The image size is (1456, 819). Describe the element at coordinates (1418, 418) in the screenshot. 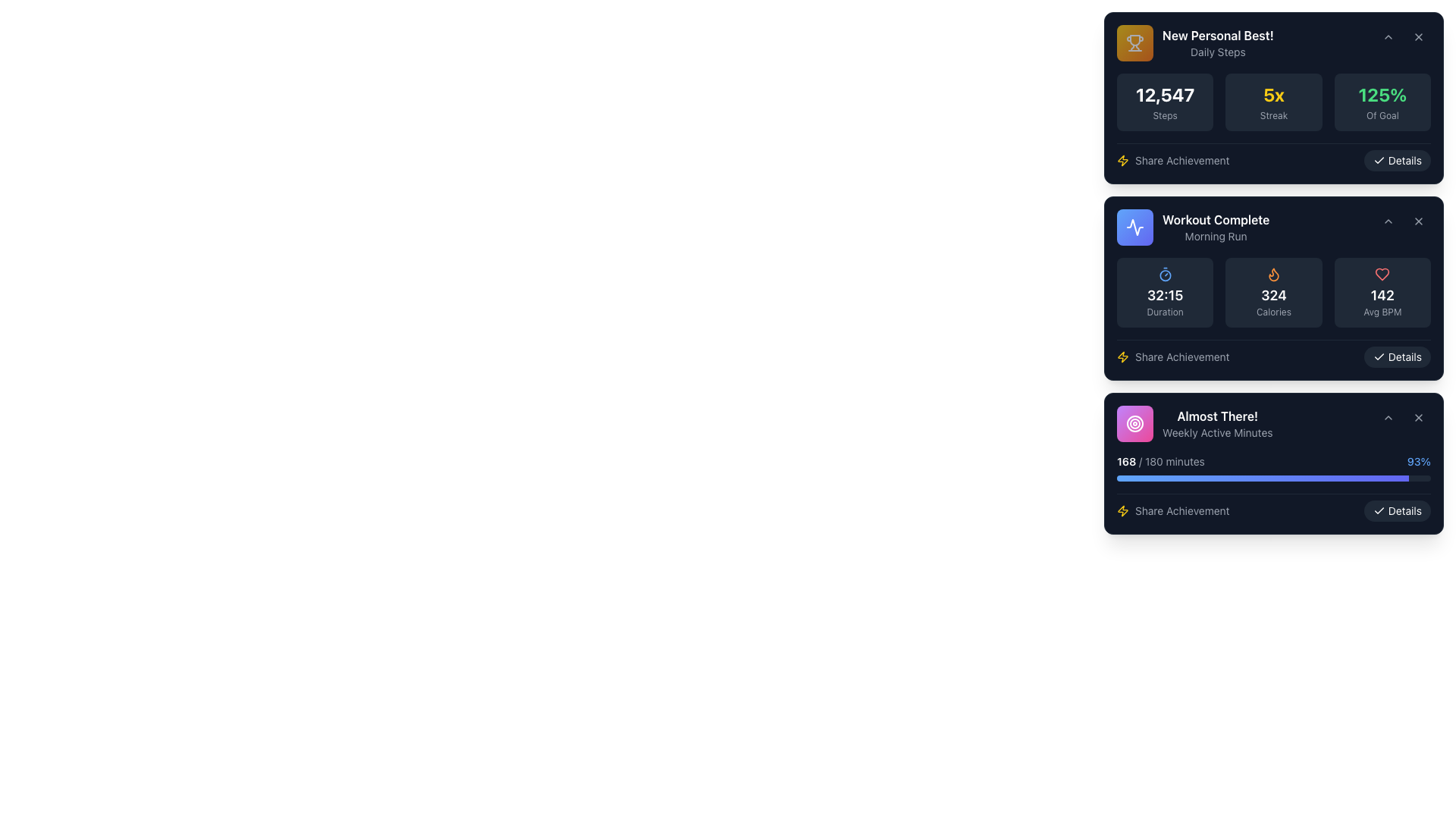

I see `the close icon located in the top-right corner of the 'Almost There!' card, beneath the title 'Weekly Active Minutes'` at that location.